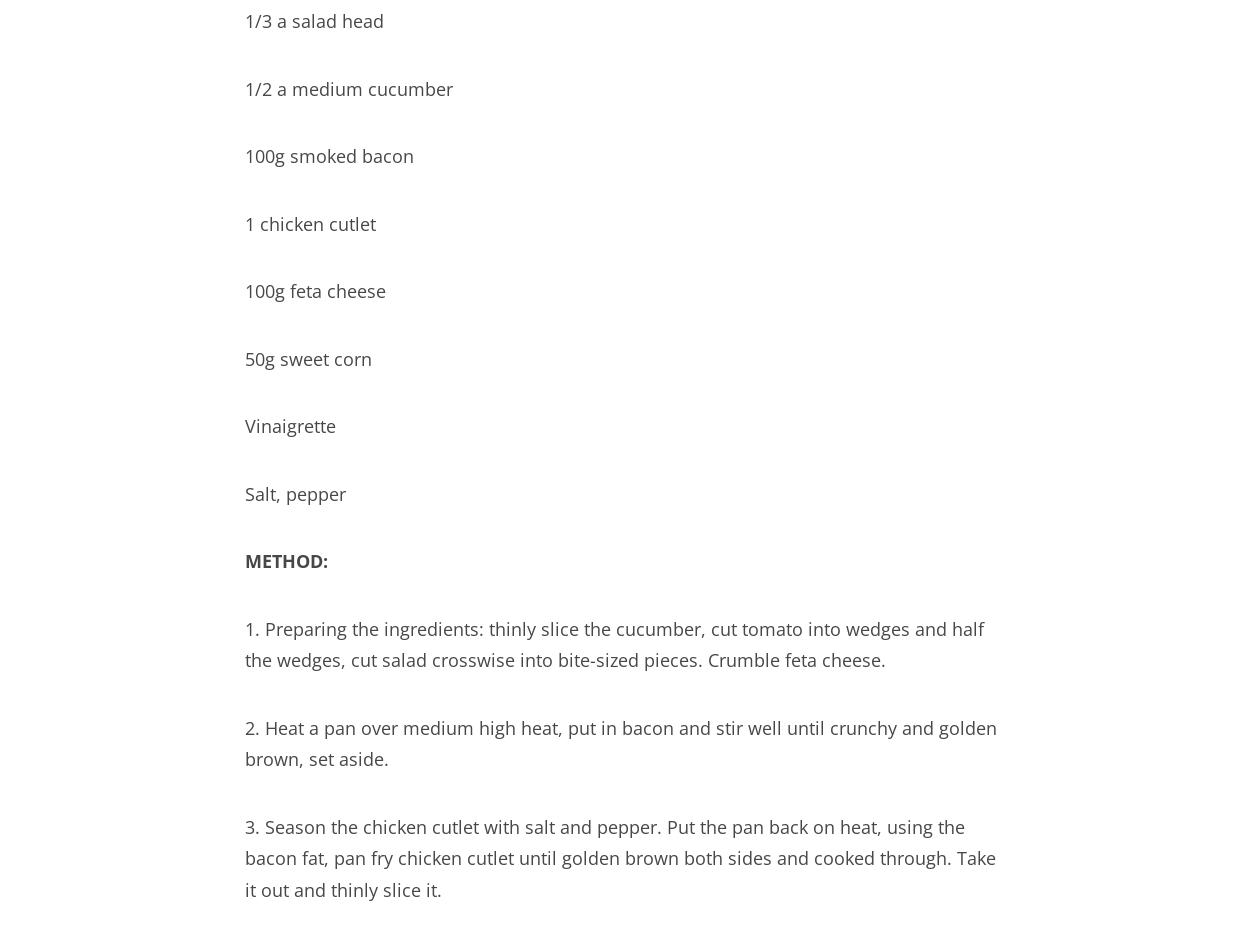 The width and height of the screenshot is (1250, 942). Describe the element at coordinates (620, 741) in the screenshot. I see `'2. Heat a pan over medium high heat, put in bacon and stir well until crunchy and golden brown, set aside.'` at that location.